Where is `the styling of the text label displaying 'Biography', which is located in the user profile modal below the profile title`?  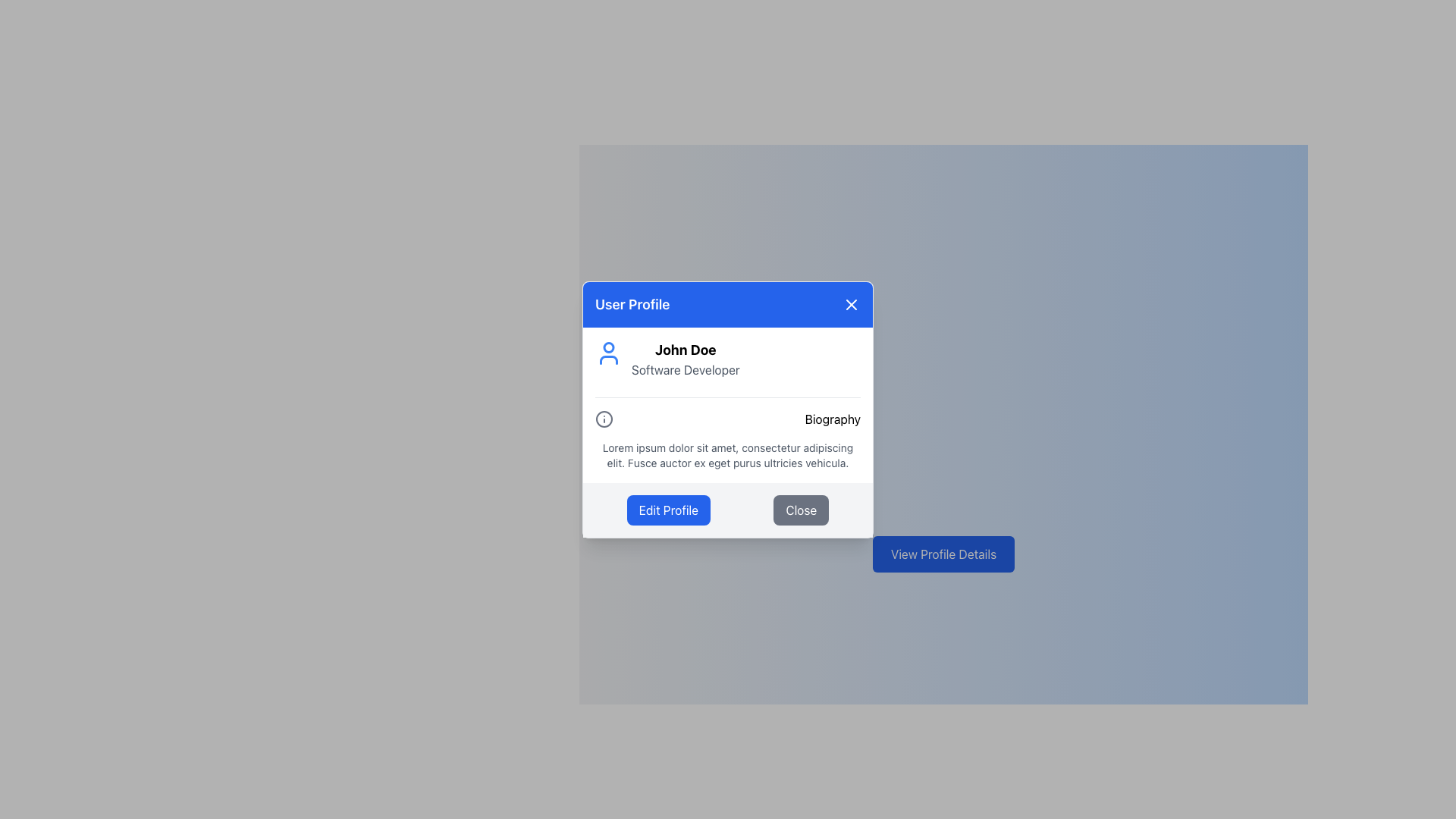
the styling of the text label displaying 'Biography', which is located in the user profile modal below the profile title is located at coordinates (832, 419).